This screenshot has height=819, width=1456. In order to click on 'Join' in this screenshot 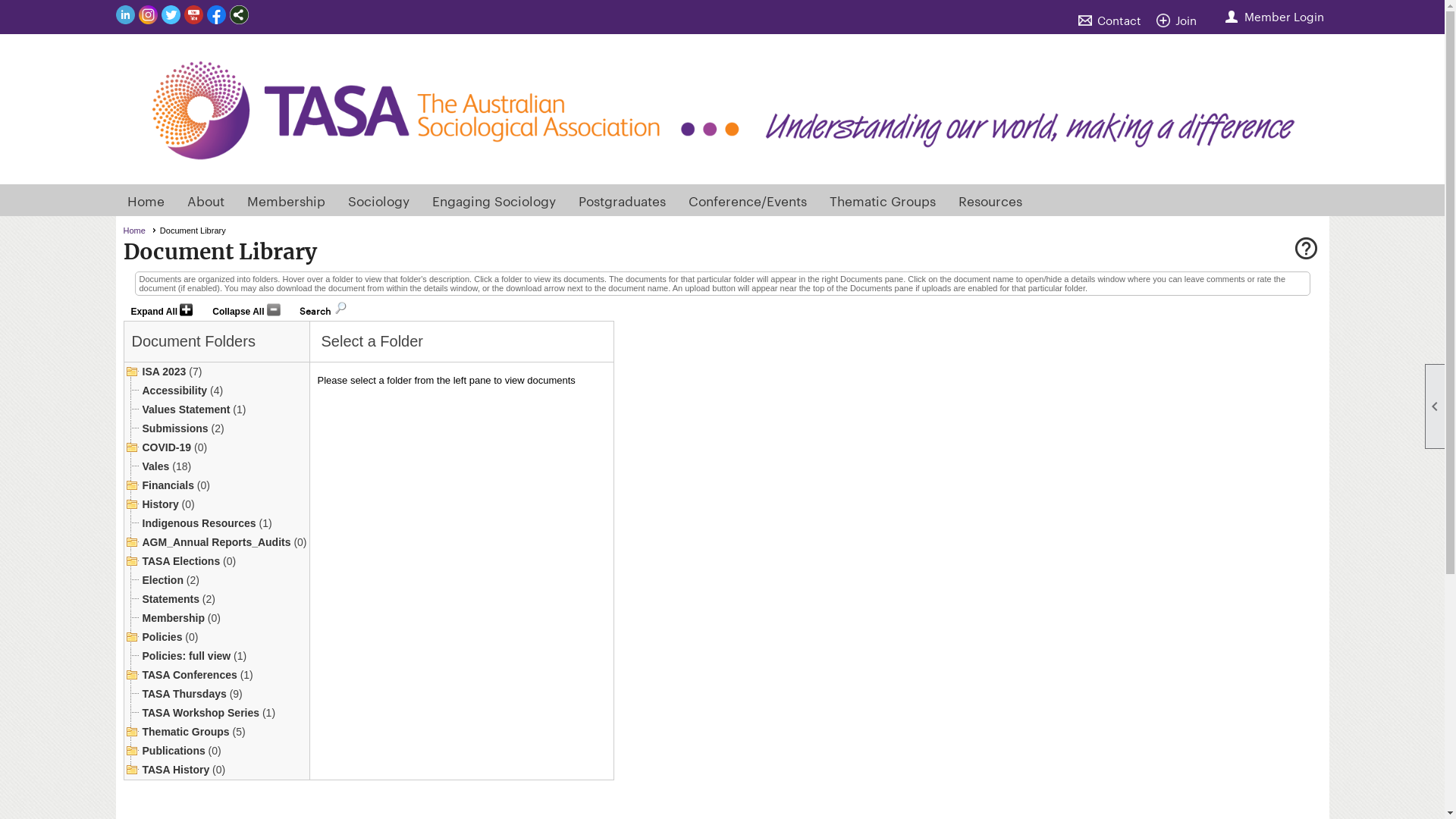, I will do `click(1178, 20)`.